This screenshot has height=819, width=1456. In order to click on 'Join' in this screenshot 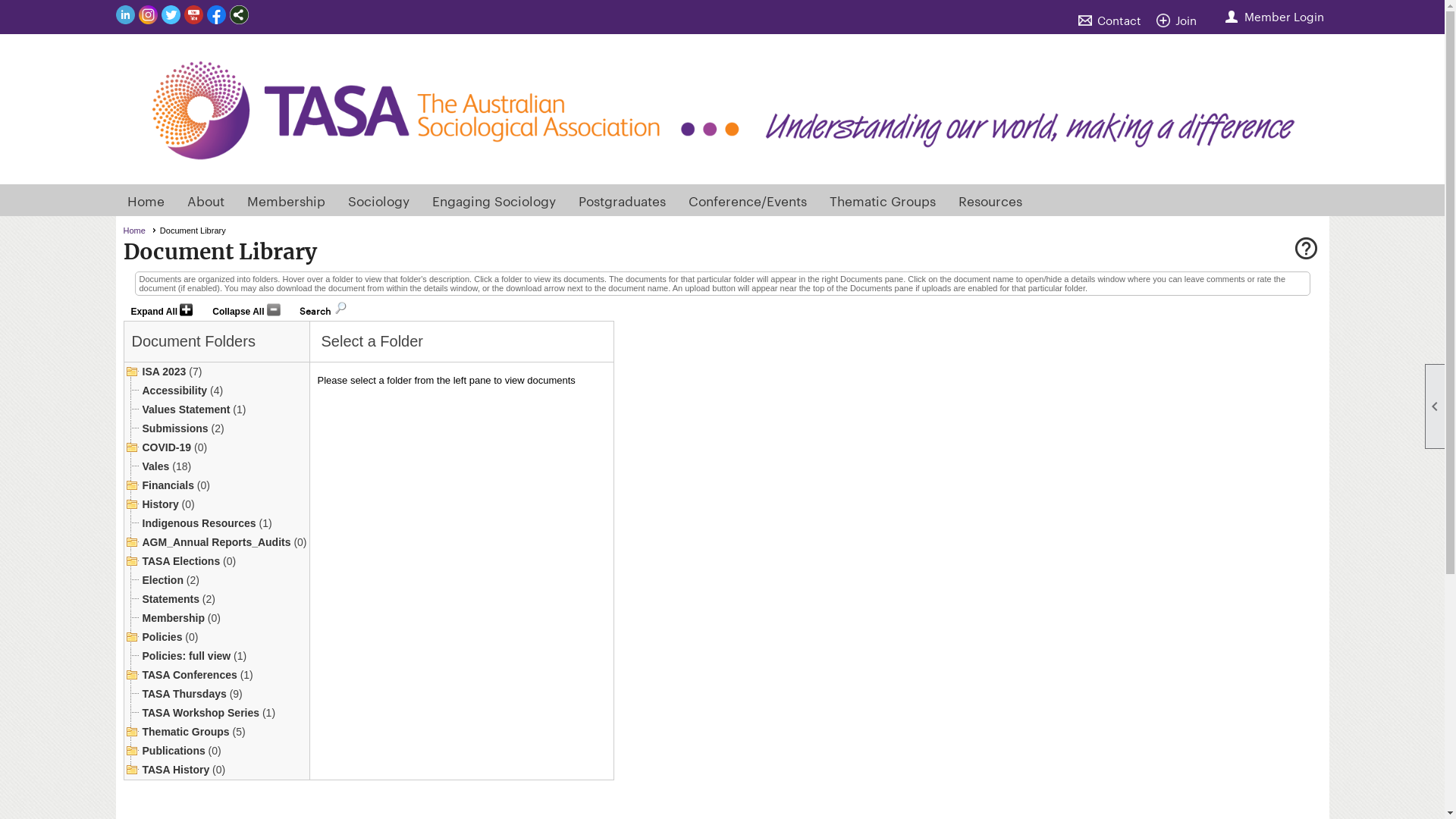, I will do `click(1178, 20)`.